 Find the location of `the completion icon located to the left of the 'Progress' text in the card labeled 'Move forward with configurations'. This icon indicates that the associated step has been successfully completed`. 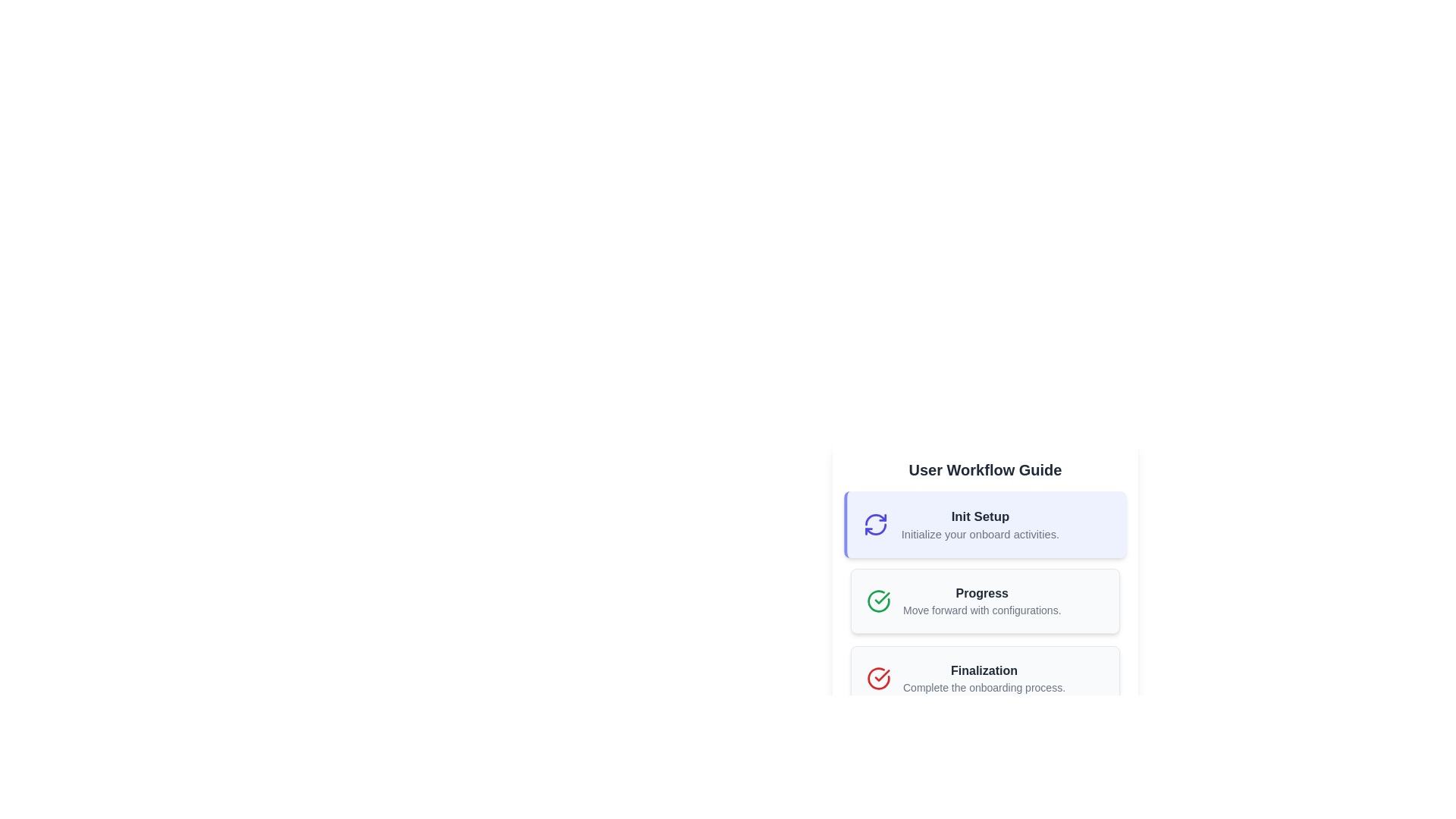

the completion icon located to the left of the 'Progress' text in the card labeled 'Move forward with configurations'. This icon indicates that the associated step has been successfully completed is located at coordinates (878, 601).